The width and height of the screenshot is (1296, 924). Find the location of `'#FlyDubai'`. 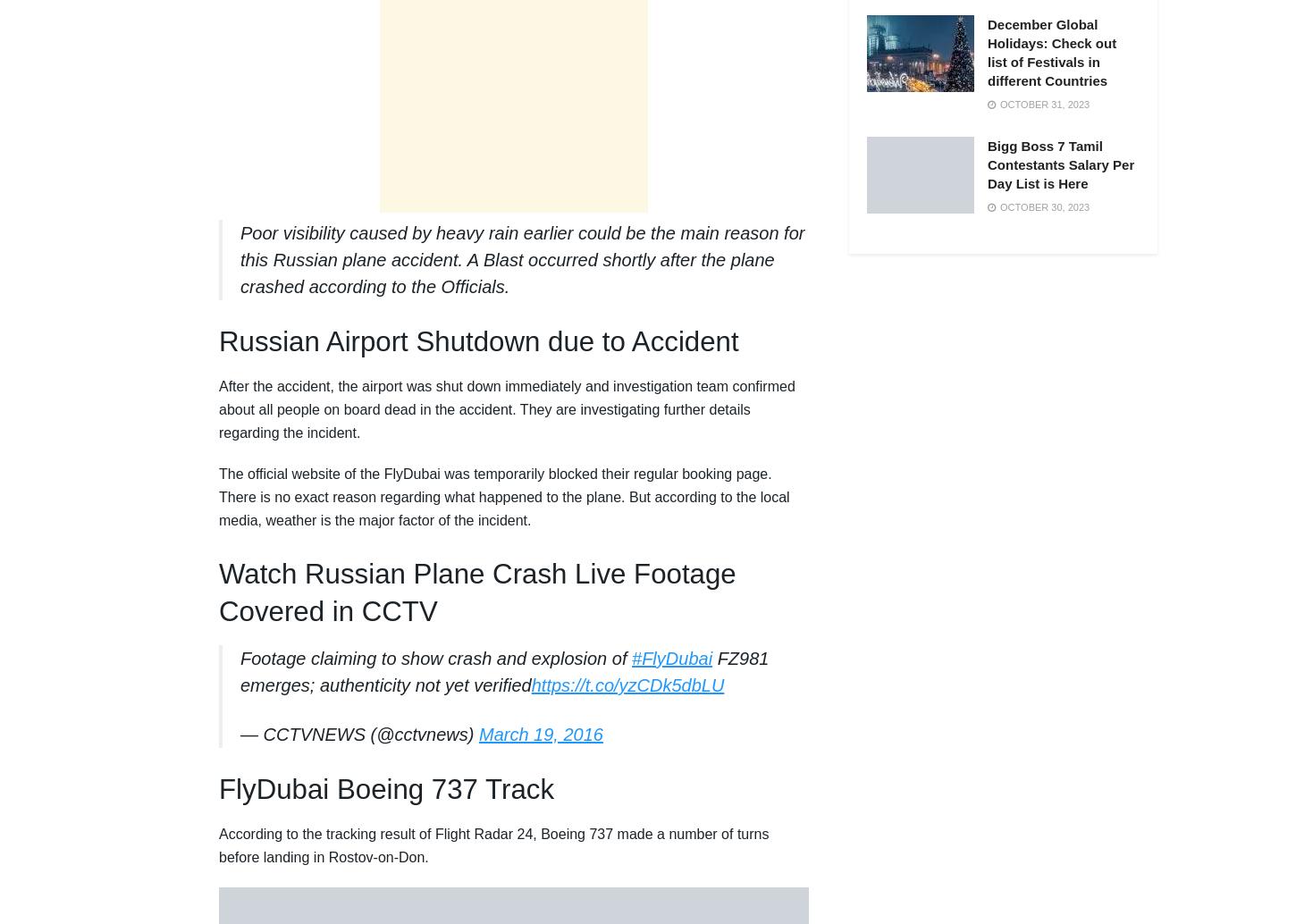

'#FlyDubai' is located at coordinates (631, 659).